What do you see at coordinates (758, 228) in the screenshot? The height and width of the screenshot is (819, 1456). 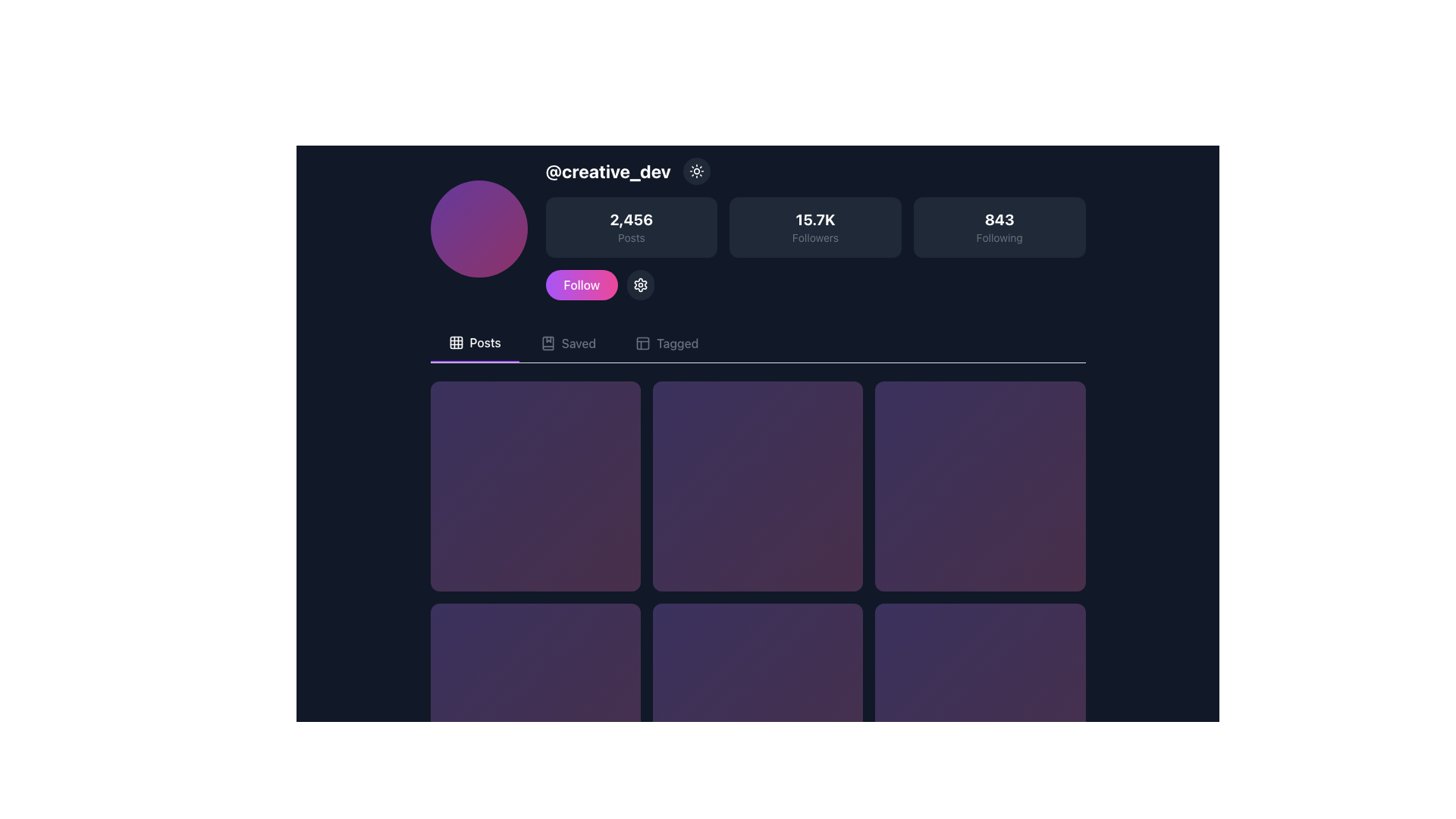 I see `the Profile Summary Section` at bounding box center [758, 228].